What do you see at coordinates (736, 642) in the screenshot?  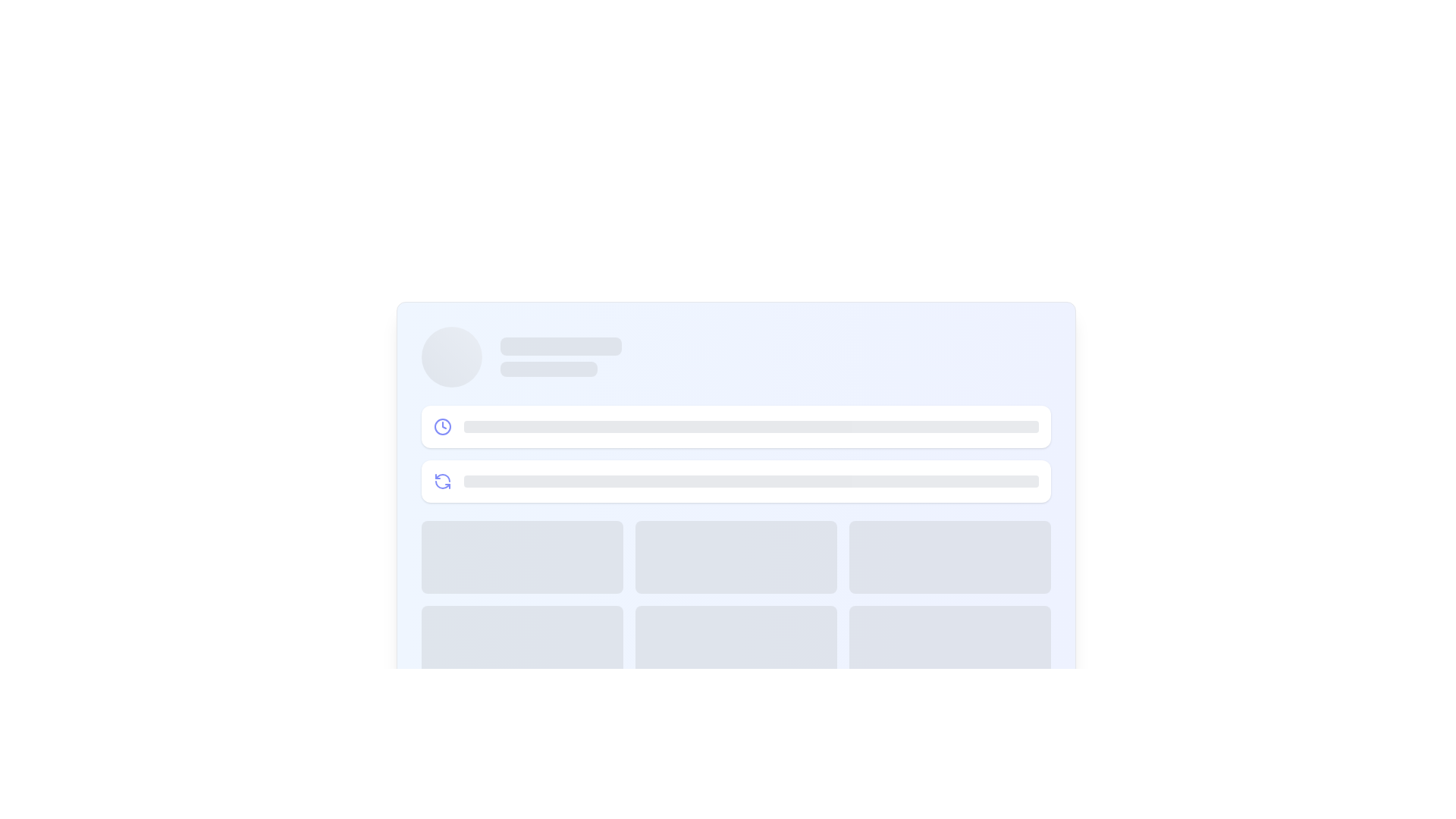 I see `Placeholder element located in the second row and second column of the grid layout for debugging purposes` at bounding box center [736, 642].